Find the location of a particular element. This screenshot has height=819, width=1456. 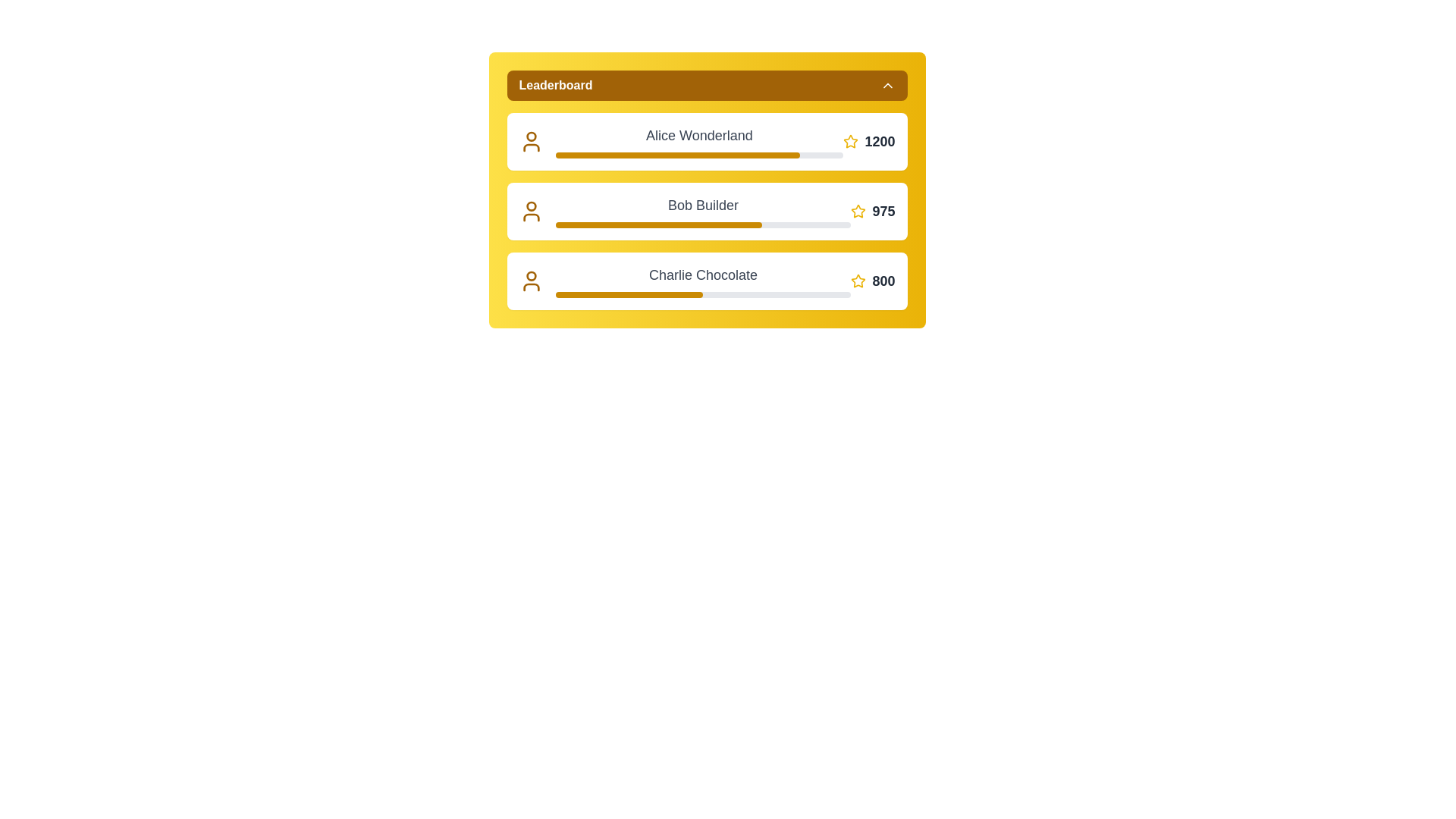

the user identification icon located in the third row of the leaderboard, directly preceding the name 'Charlie Chocolate' is located at coordinates (531, 281).